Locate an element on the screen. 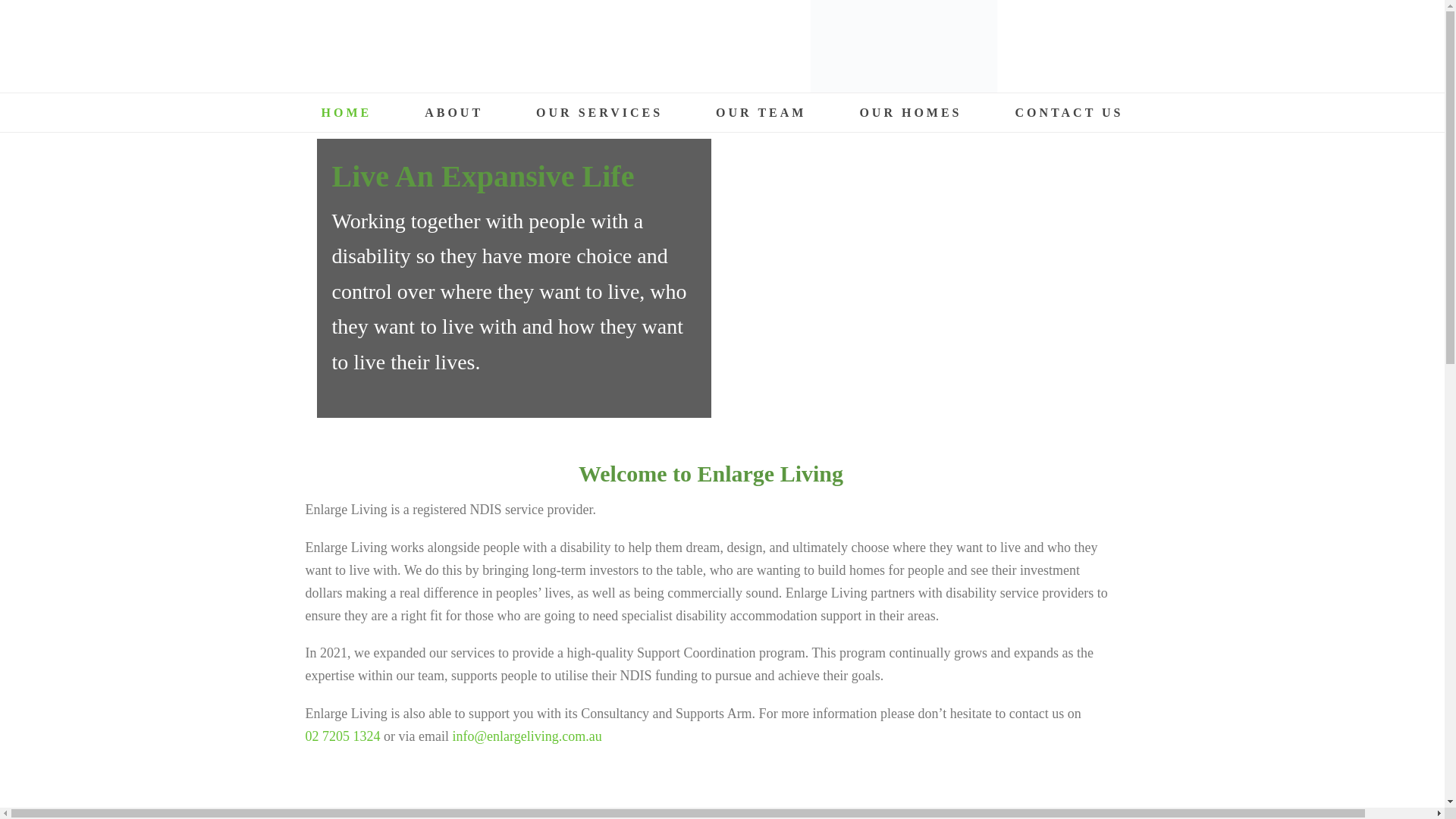 The image size is (1456, 819). 'ABOUT' is located at coordinates (397, 111).